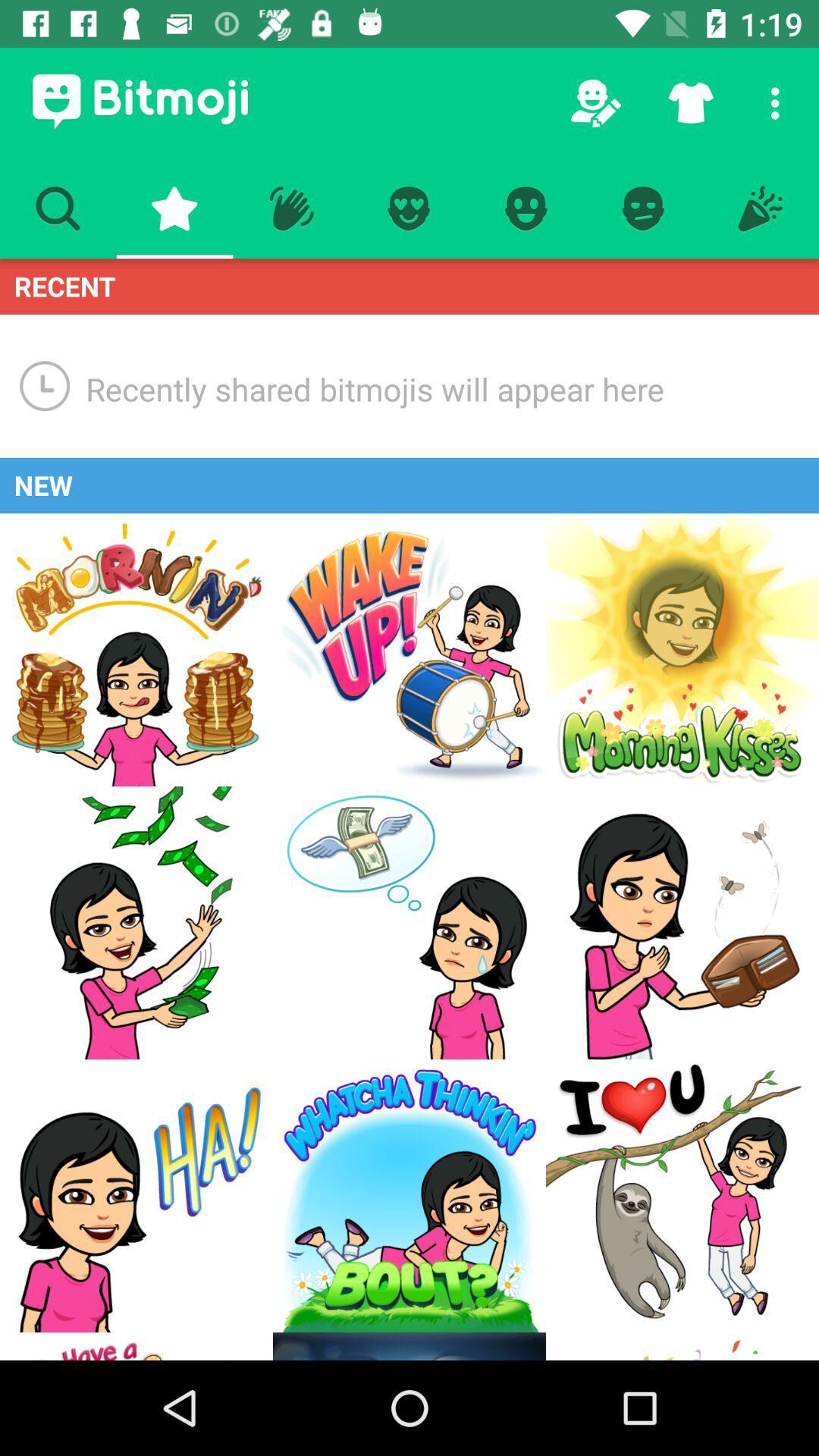  Describe the element at coordinates (681, 650) in the screenshot. I see `morning kisses` at that location.